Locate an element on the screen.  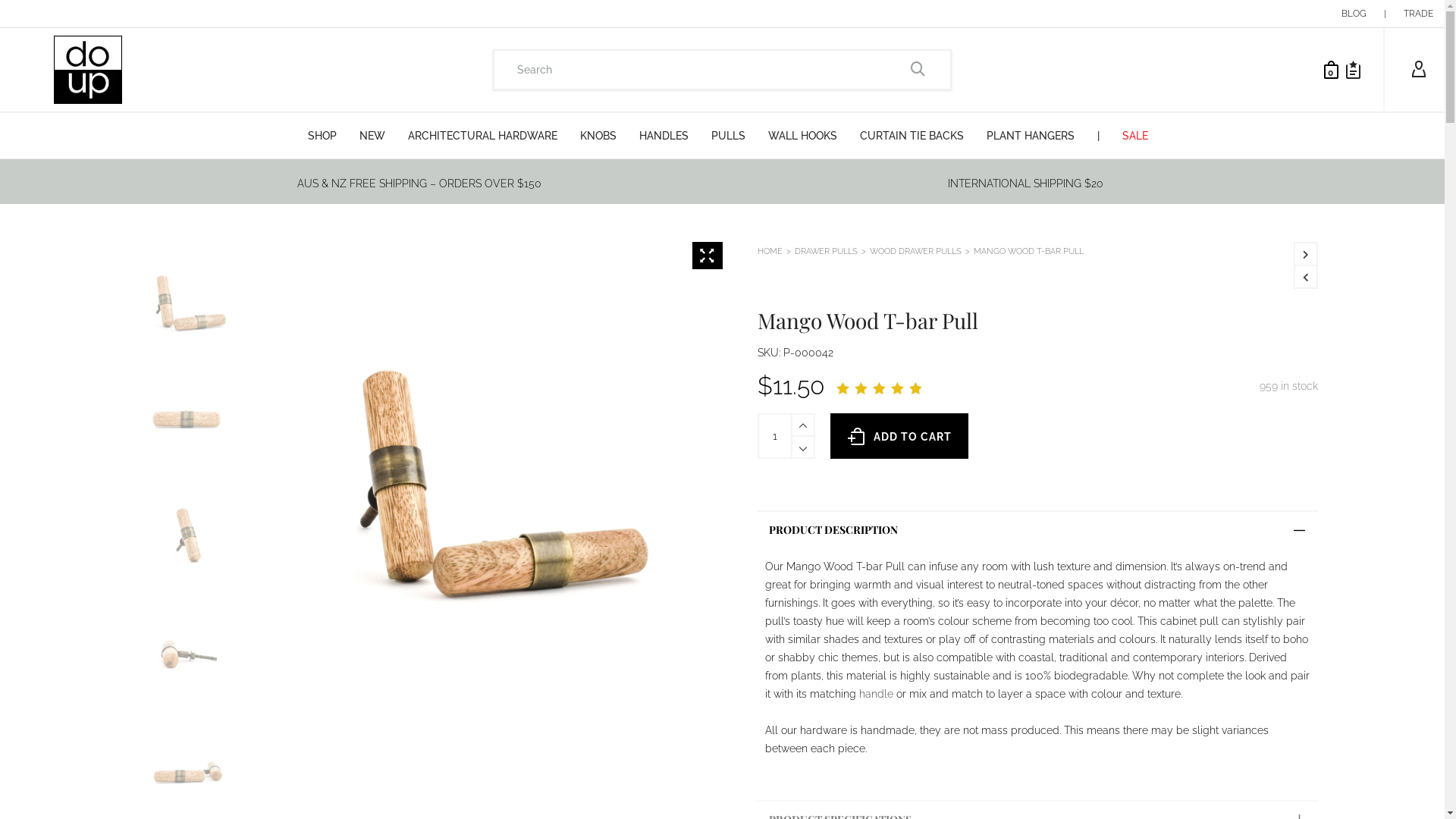
'ARCHITECTURAL HARDWARE' is located at coordinates (397, 134).